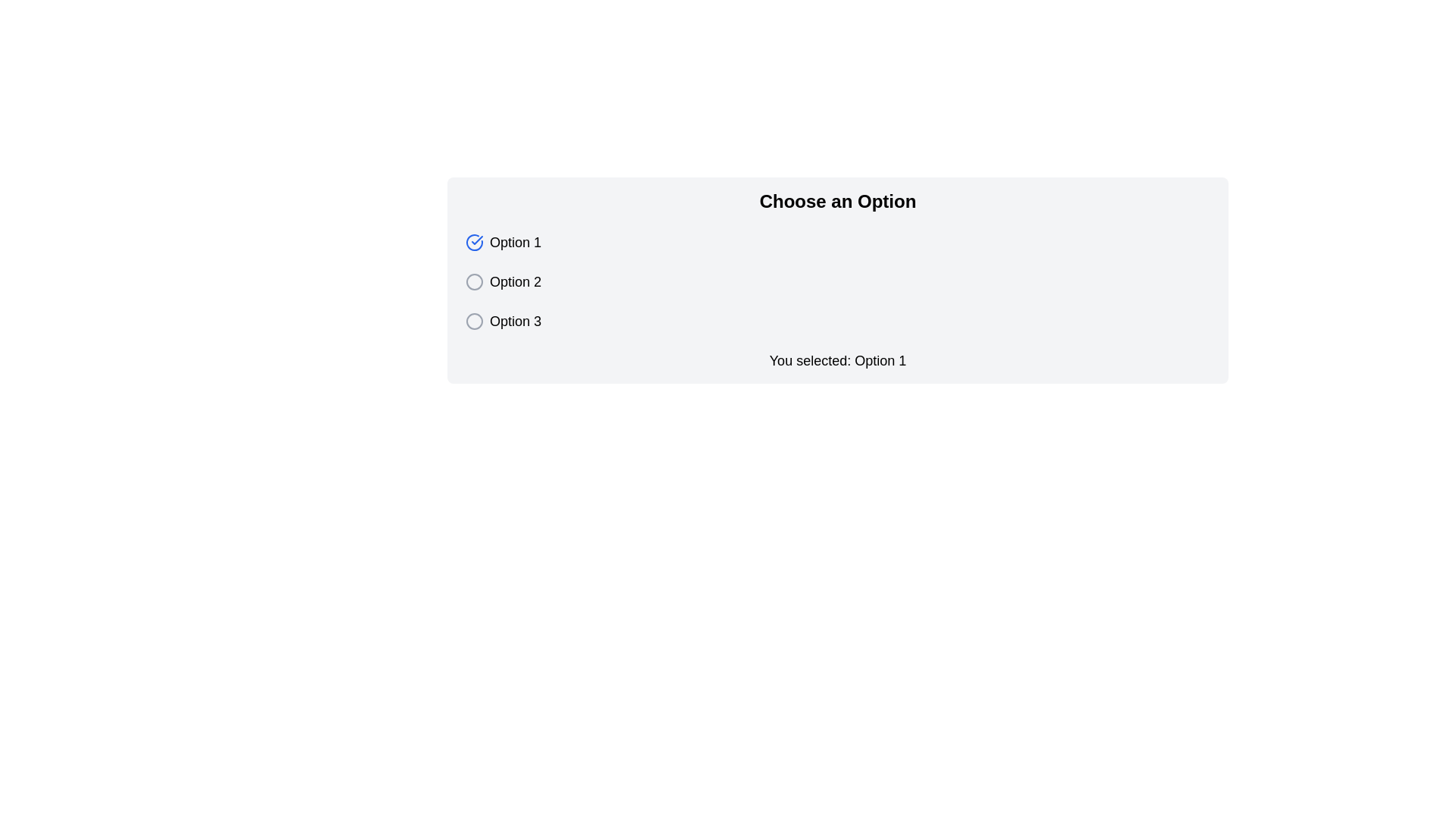  I want to click on text label for Option 3, which is located to the right of the radio button in a vertical list of selectable options, so click(516, 321).